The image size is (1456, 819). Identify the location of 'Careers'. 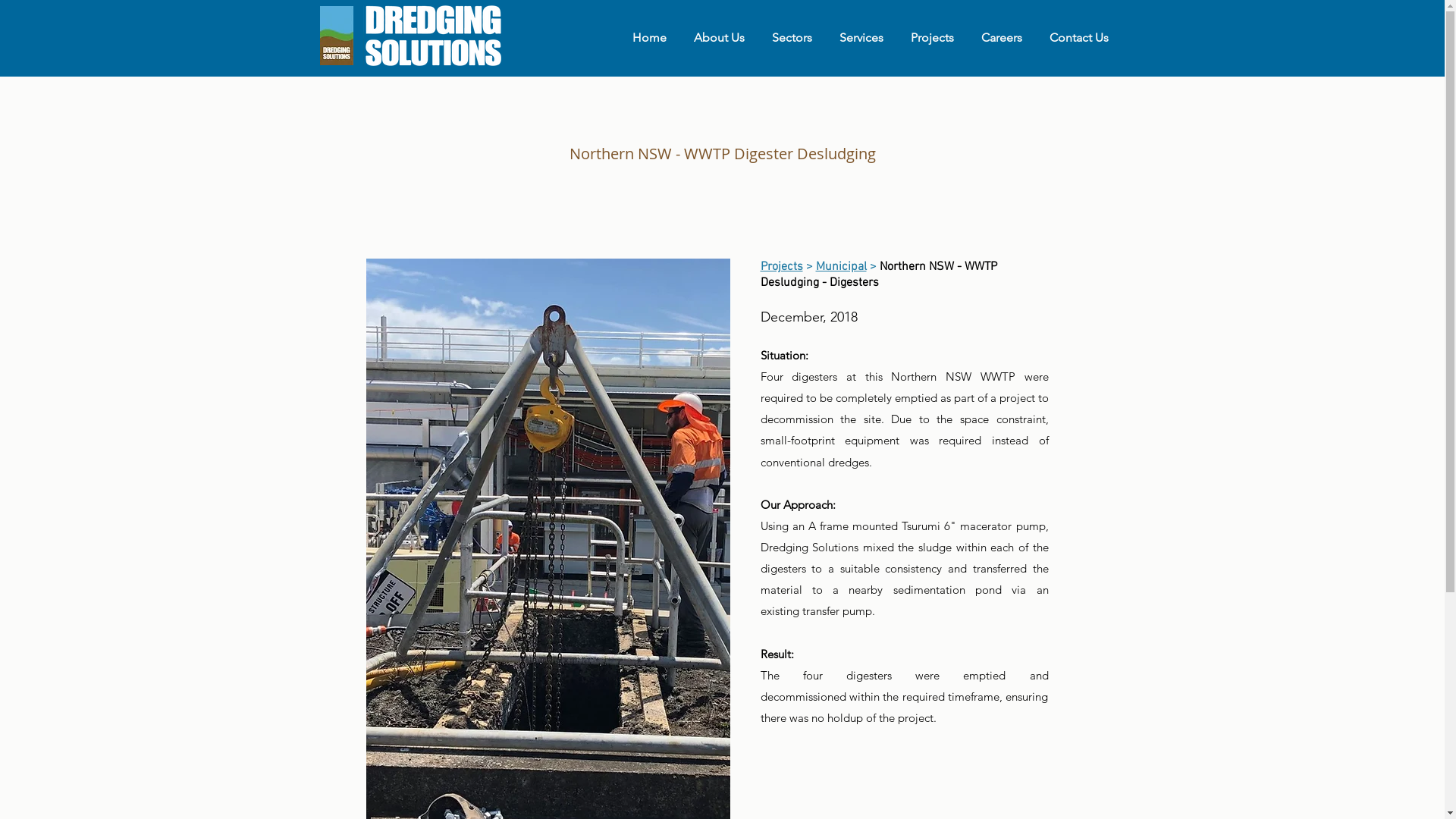
(1008, 37).